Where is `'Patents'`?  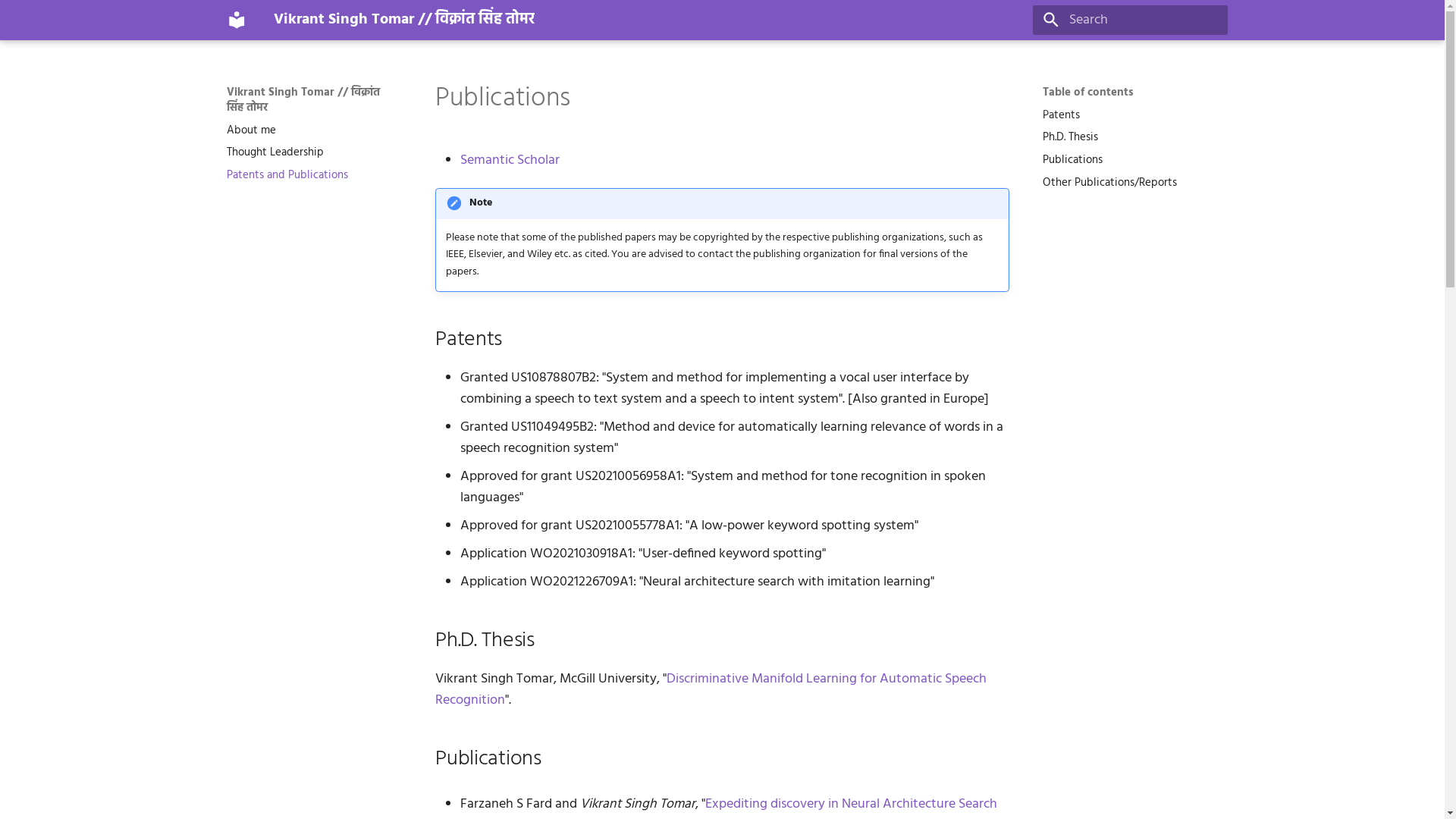
'Patents' is located at coordinates (1128, 114).